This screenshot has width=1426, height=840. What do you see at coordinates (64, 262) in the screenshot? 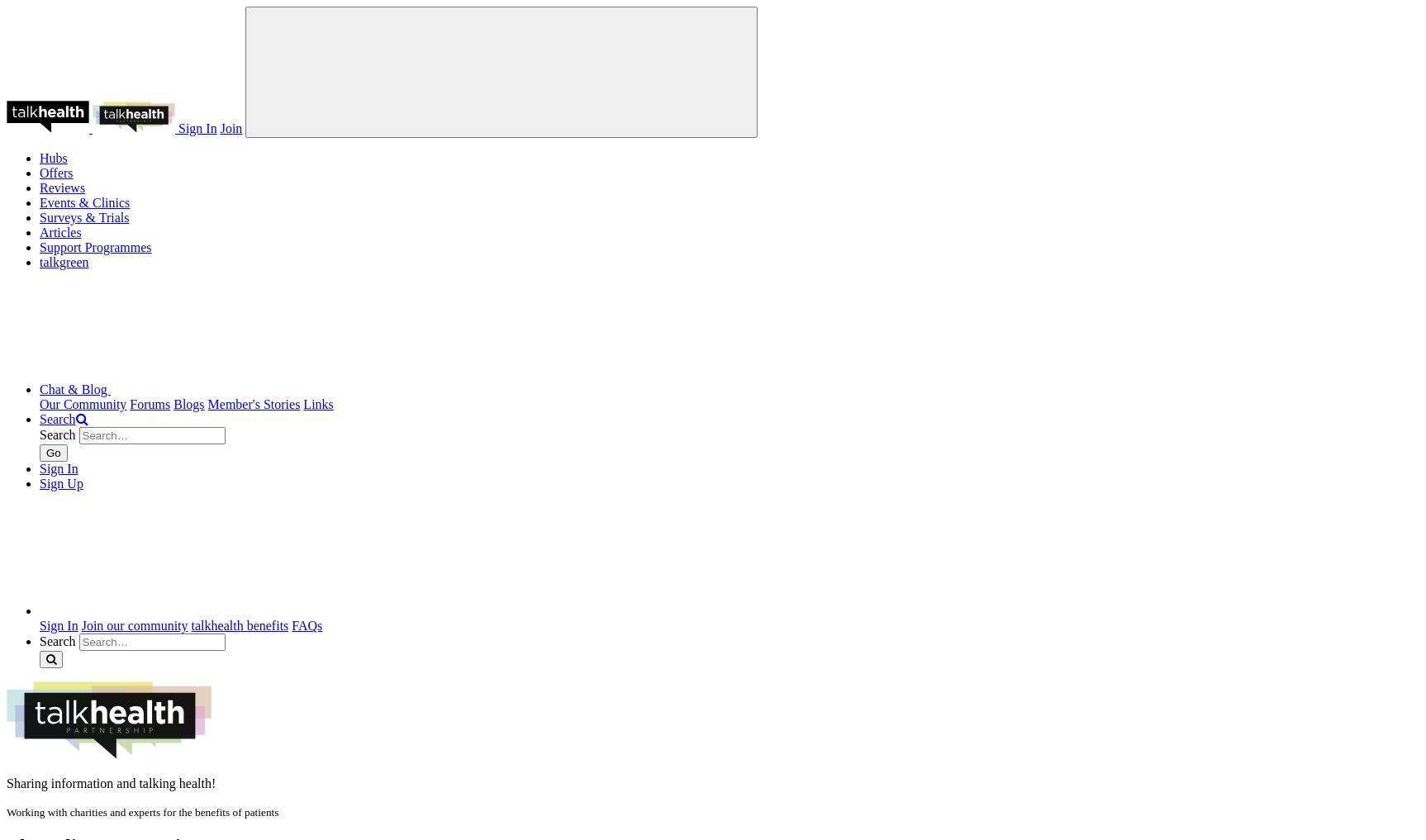
I see `'talkgreen'` at bounding box center [64, 262].